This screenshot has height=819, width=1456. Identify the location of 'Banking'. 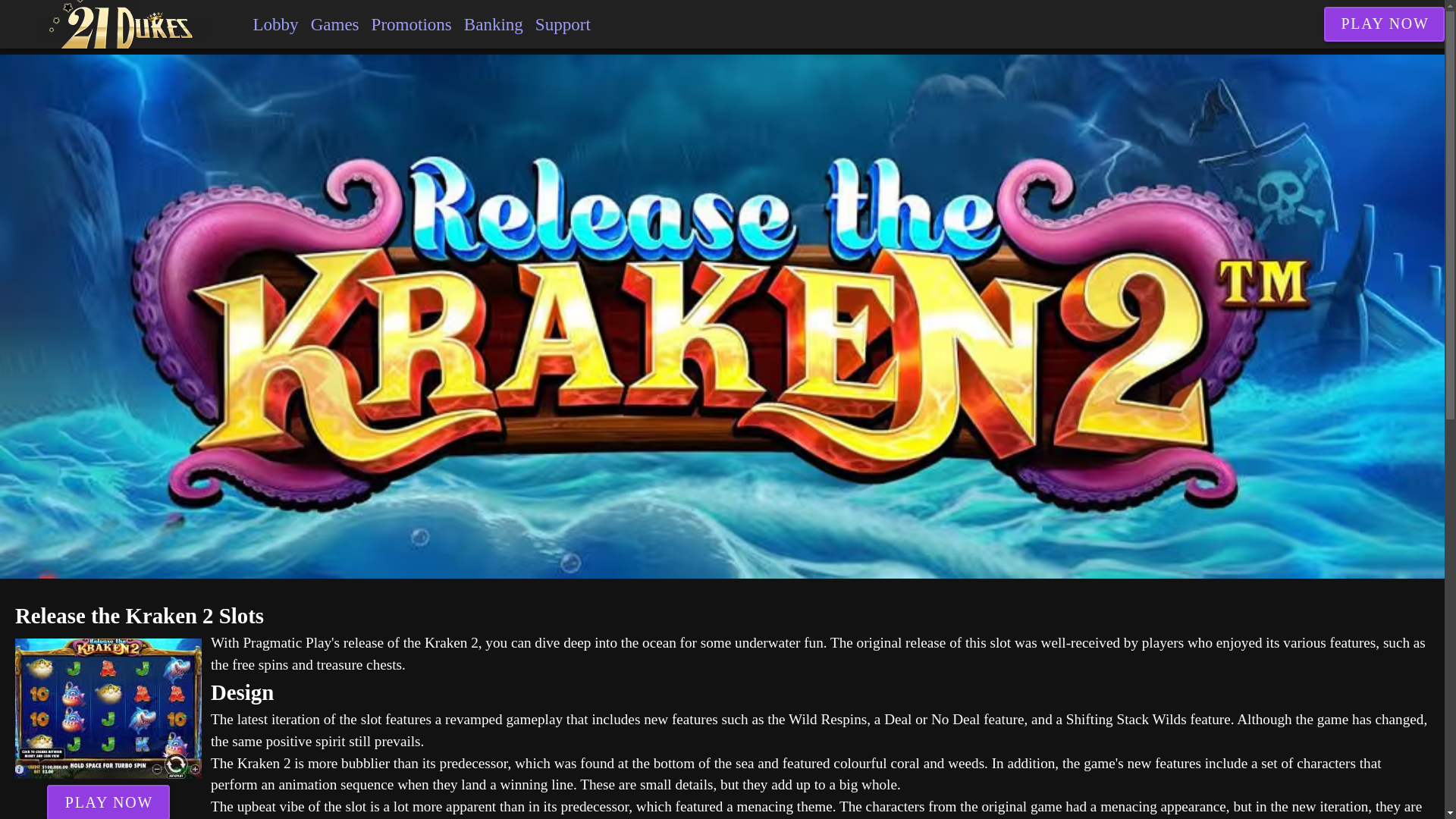
(494, 24).